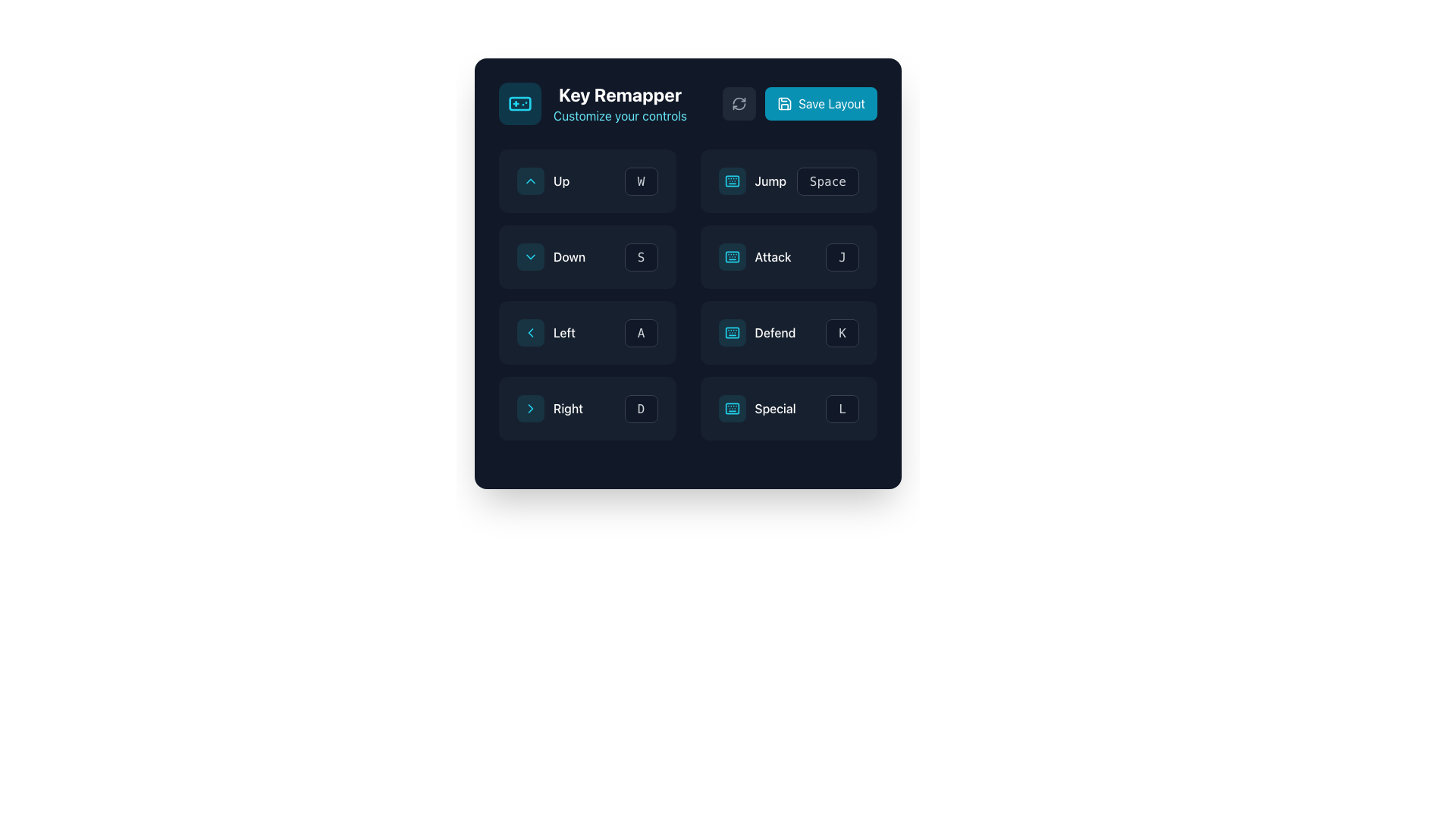 The image size is (1456, 819). What do you see at coordinates (775, 332) in the screenshot?
I see `the 'Defend' text label in the Key Remapper interface` at bounding box center [775, 332].